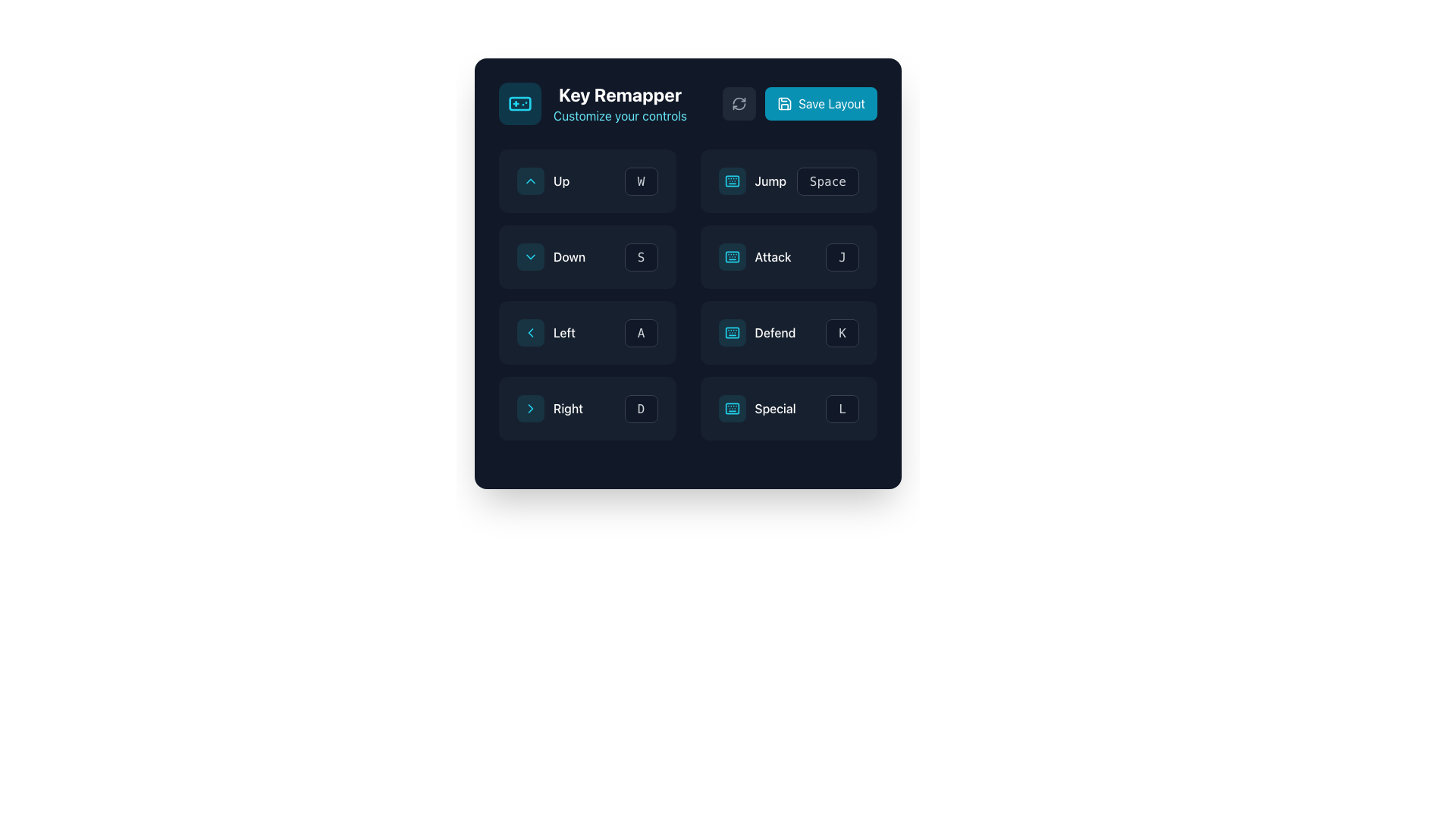 The image size is (1456, 819). What do you see at coordinates (775, 332) in the screenshot?
I see `the 'Defend' text label in the Key Remapper interface` at bounding box center [775, 332].